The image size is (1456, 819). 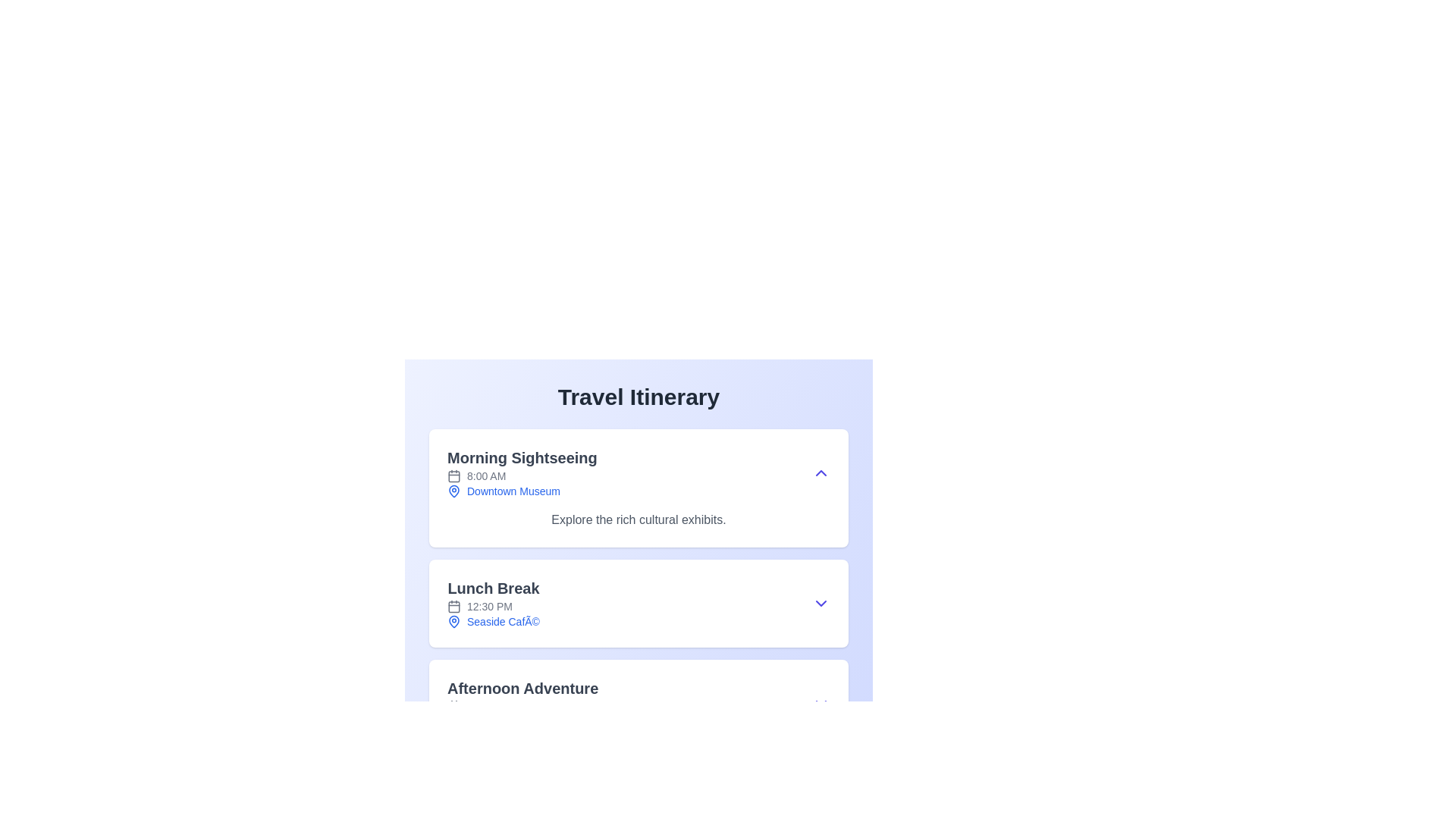 I want to click on the modern-styled calendar icon located to the left of '12:30 PM' in the 'Lunch Break' itinerary block, so click(x=453, y=605).